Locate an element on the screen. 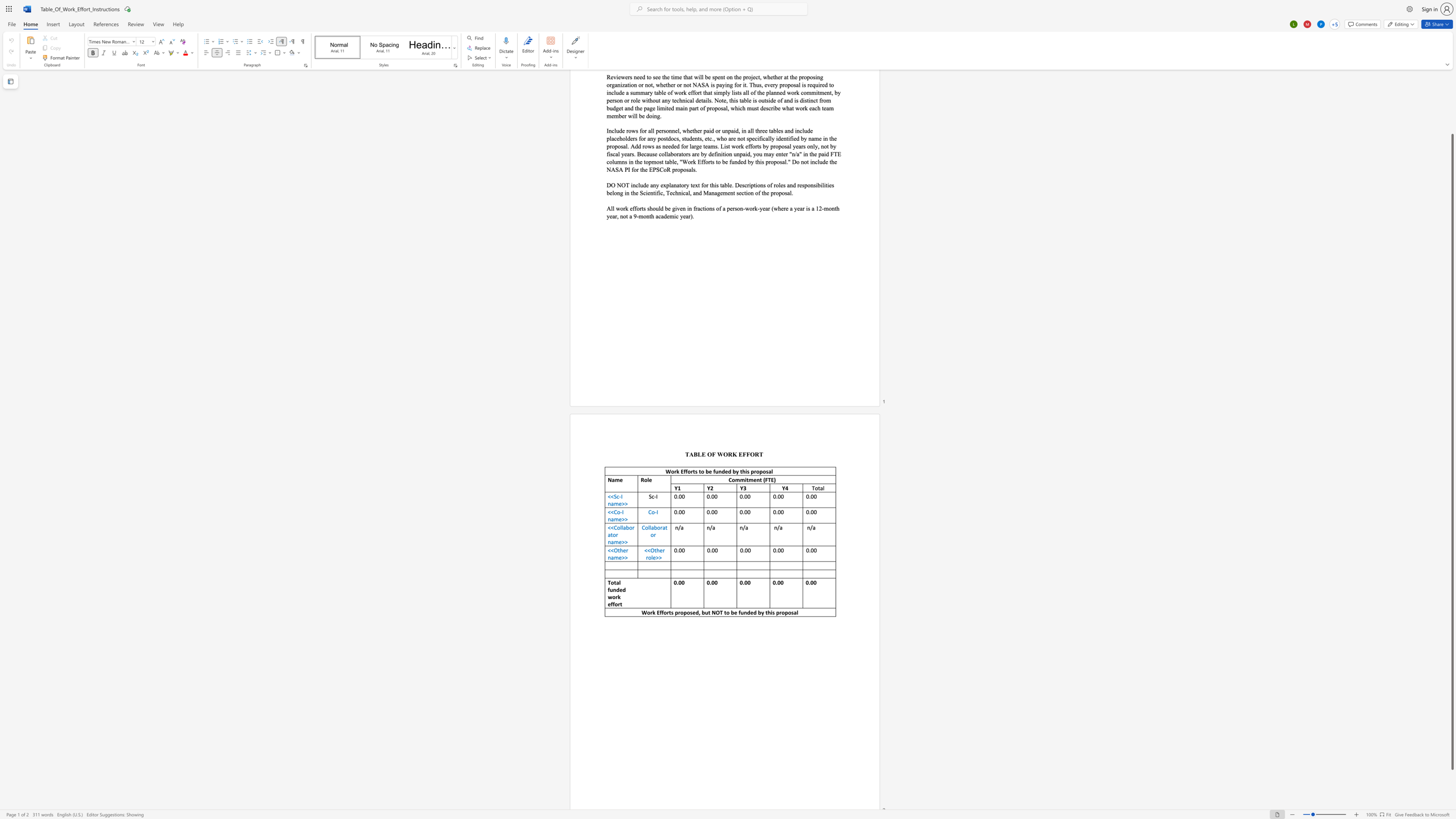  the scrollbar is located at coordinates (1451, 128).